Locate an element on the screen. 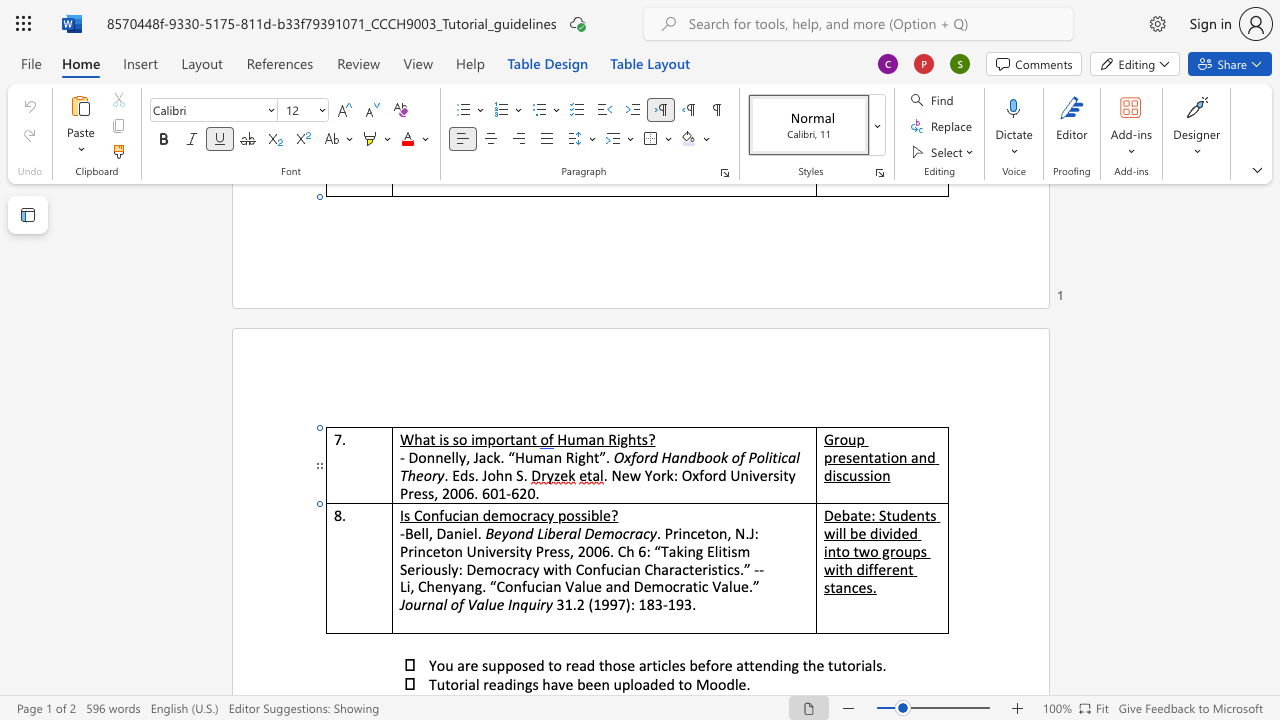 This screenshot has height=720, width=1280. the space between the continuous character "S" and "." in the text is located at coordinates (522, 475).